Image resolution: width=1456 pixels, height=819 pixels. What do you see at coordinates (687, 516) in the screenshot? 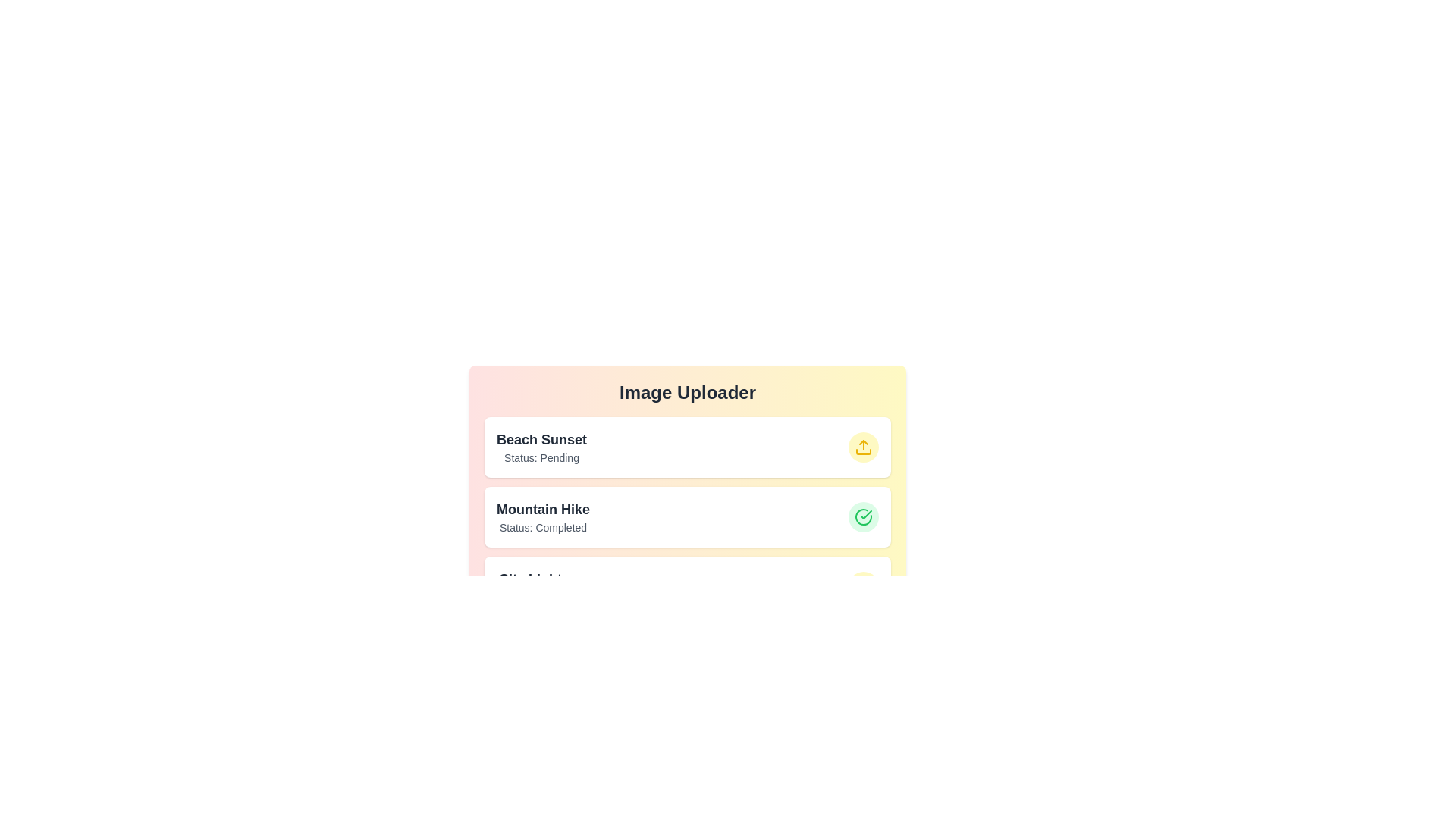
I see `the image item corresponding to Mountain Hike to view its details` at bounding box center [687, 516].